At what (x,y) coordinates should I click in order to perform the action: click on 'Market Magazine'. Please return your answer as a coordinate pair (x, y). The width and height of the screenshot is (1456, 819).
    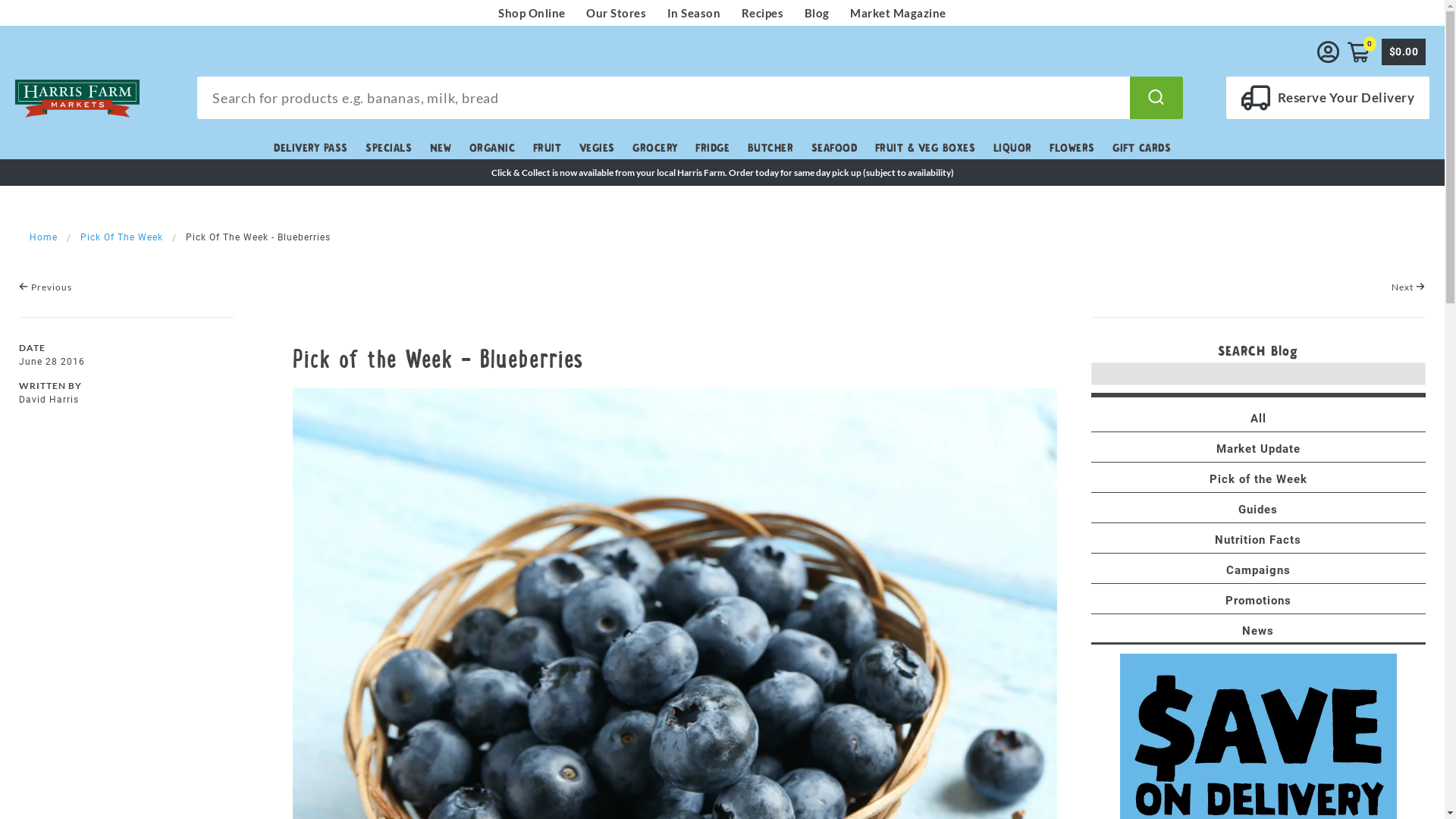
    Looking at the image, I should click on (898, 12).